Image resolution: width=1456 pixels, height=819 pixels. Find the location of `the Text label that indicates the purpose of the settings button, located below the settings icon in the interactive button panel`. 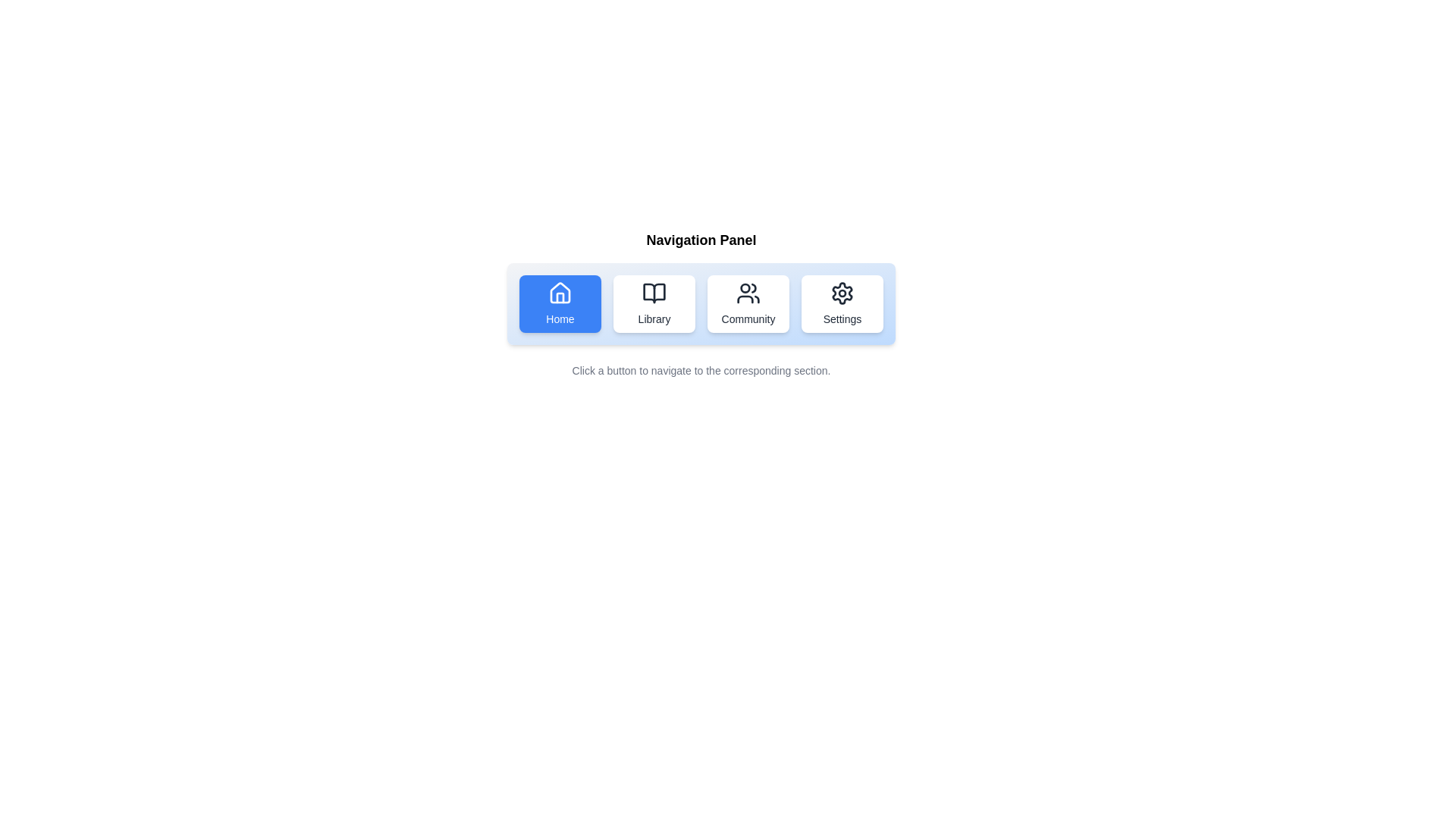

the Text label that indicates the purpose of the settings button, located below the settings icon in the interactive button panel is located at coordinates (841, 318).